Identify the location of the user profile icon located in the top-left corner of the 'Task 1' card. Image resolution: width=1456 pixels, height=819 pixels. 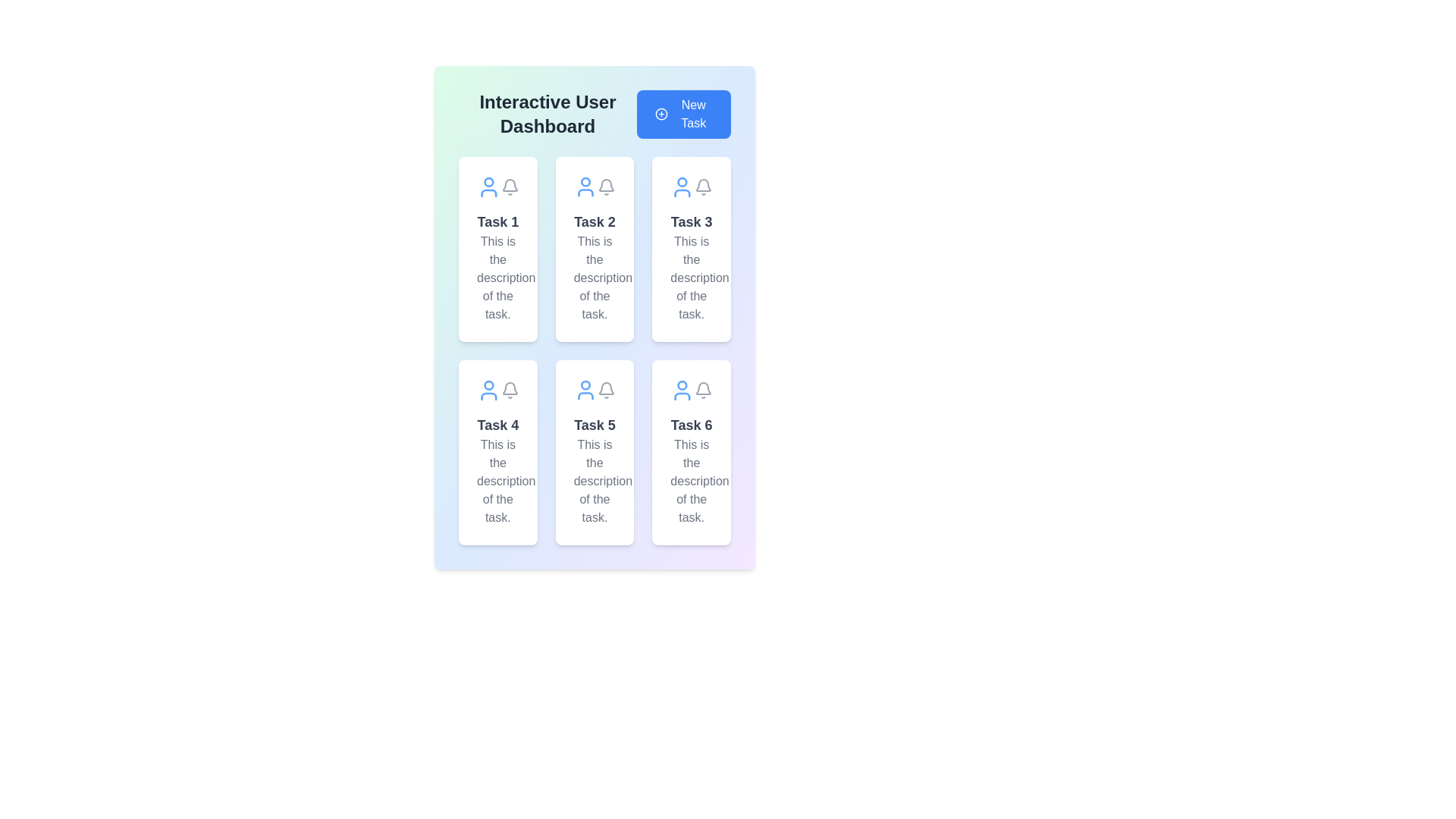
(488, 186).